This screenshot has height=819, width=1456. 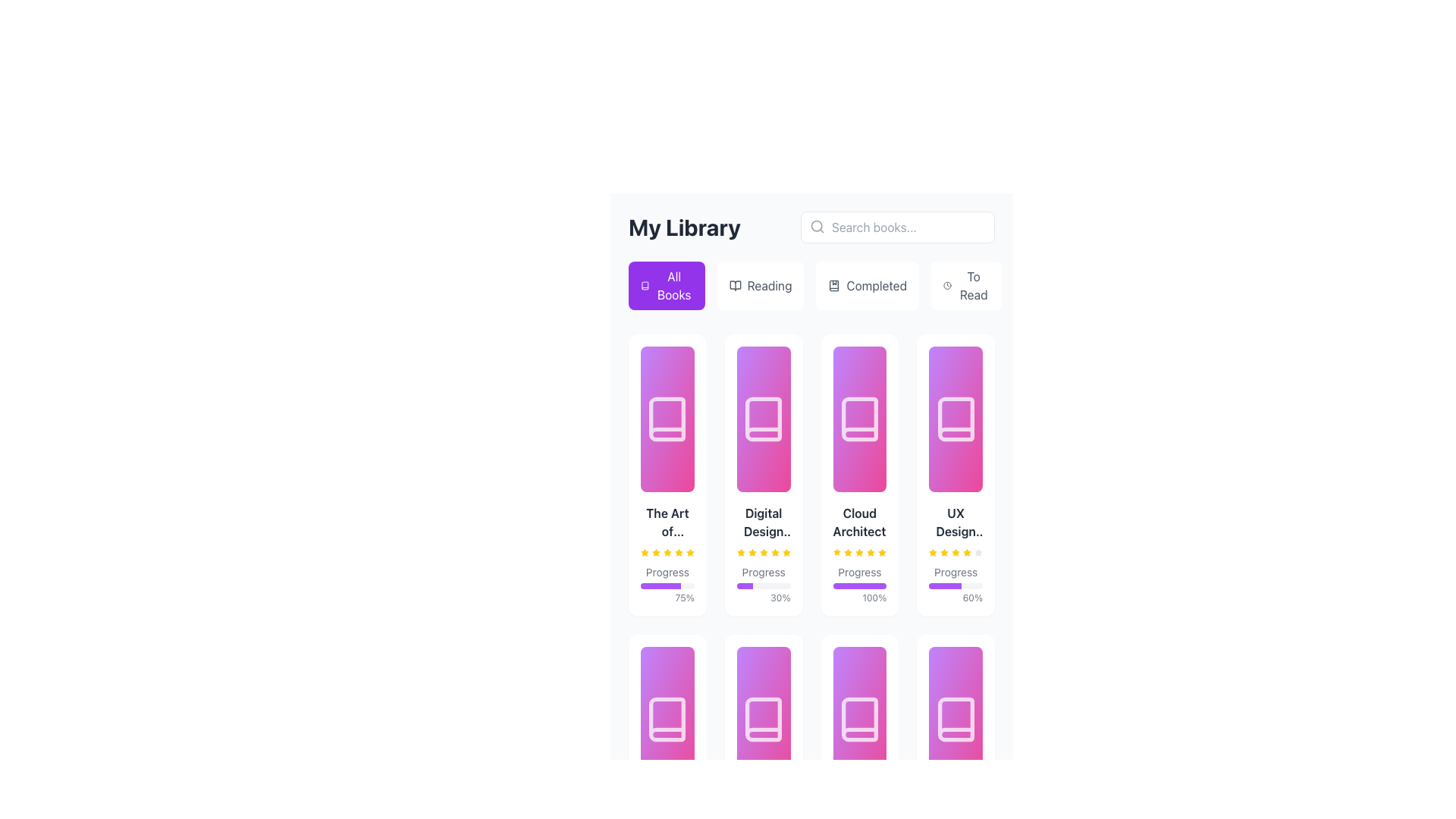 What do you see at coordinates (647, 585) in the screenshot?
I see `progress bar` at bounding box center [647, 585].